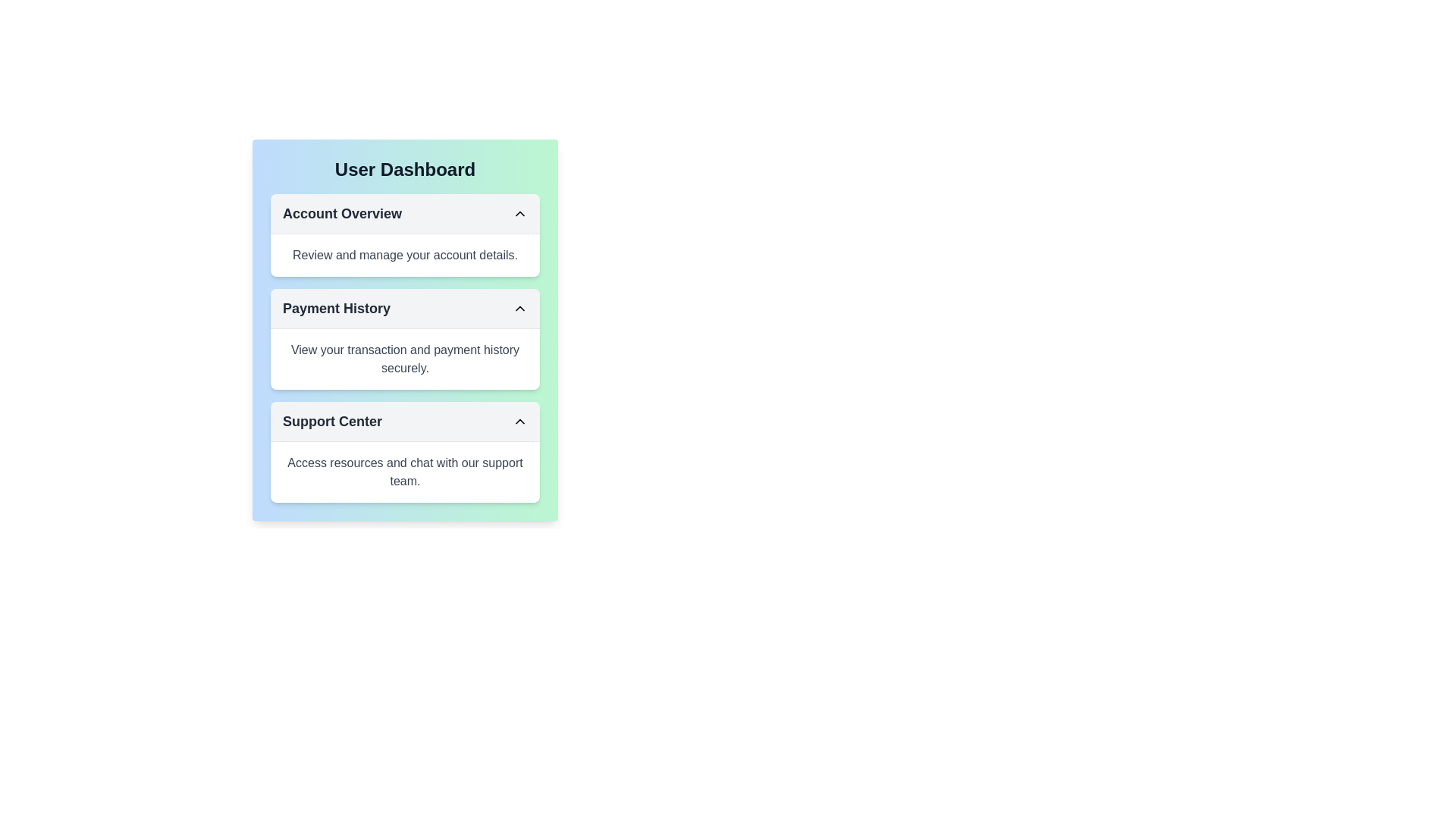  Describe the element at coordinates (520, 213) in the screenshot. I see `the upward-pointing chevron icon located in the top-right corner of the 'Account Overview' section` at that location.